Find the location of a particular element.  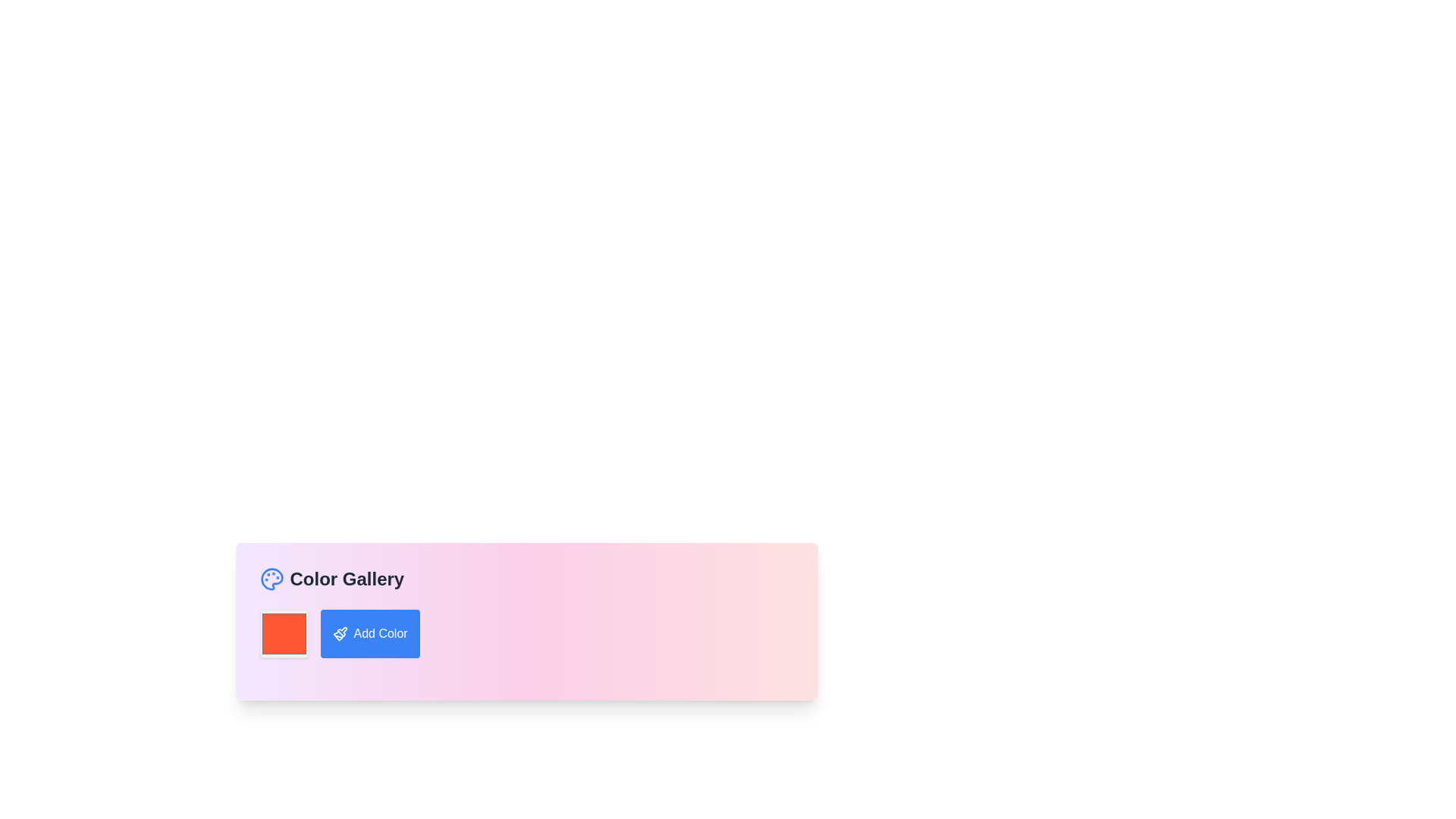

the Heading or Title element indicating the purpose of the interface related to color management or selection is located at coordinates (331, 579).